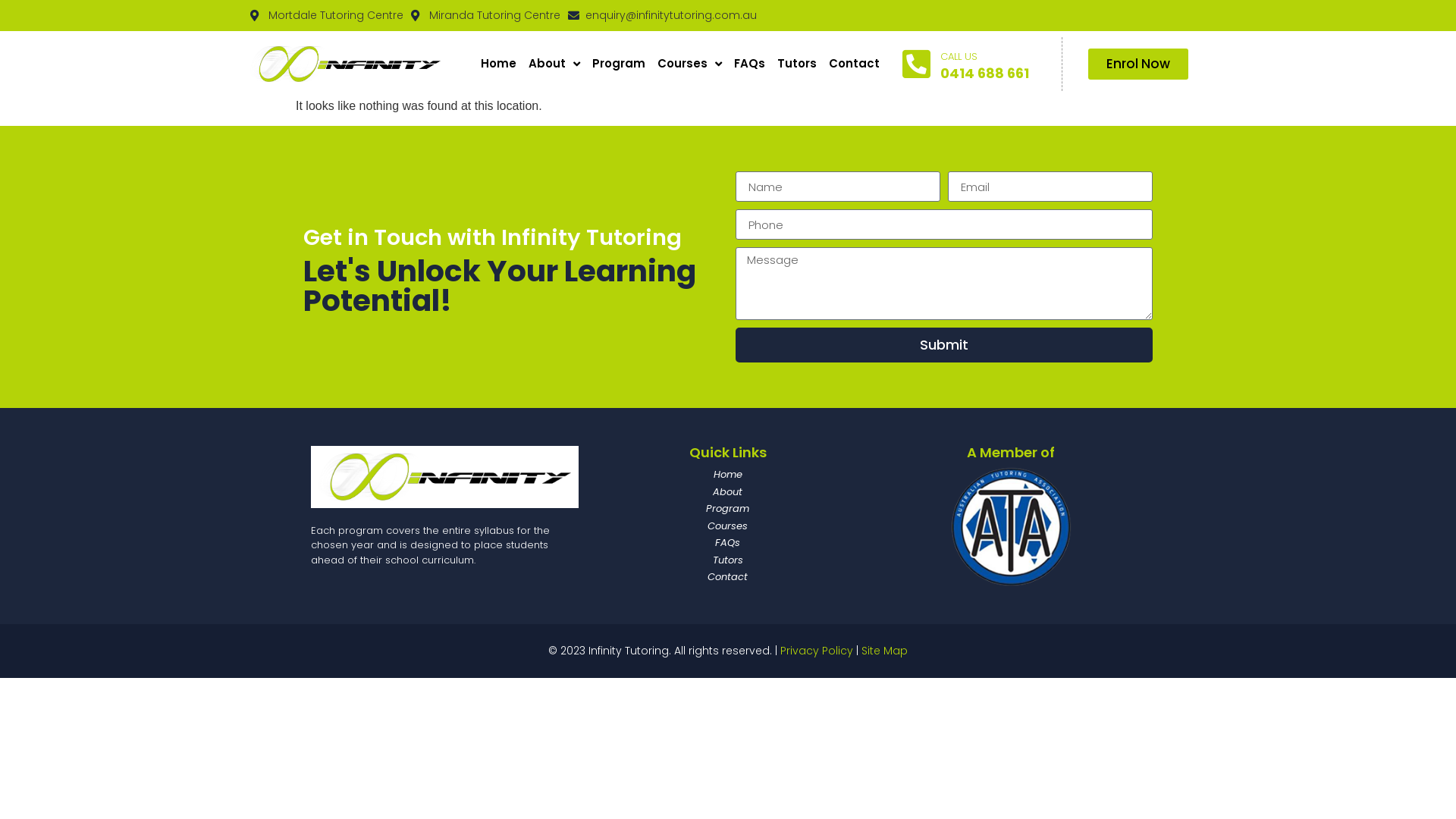 This screenshot has height=819, width=1456. Describe the element at coordinates (592, 491) in the screenshot. I see `'About'` at that location.